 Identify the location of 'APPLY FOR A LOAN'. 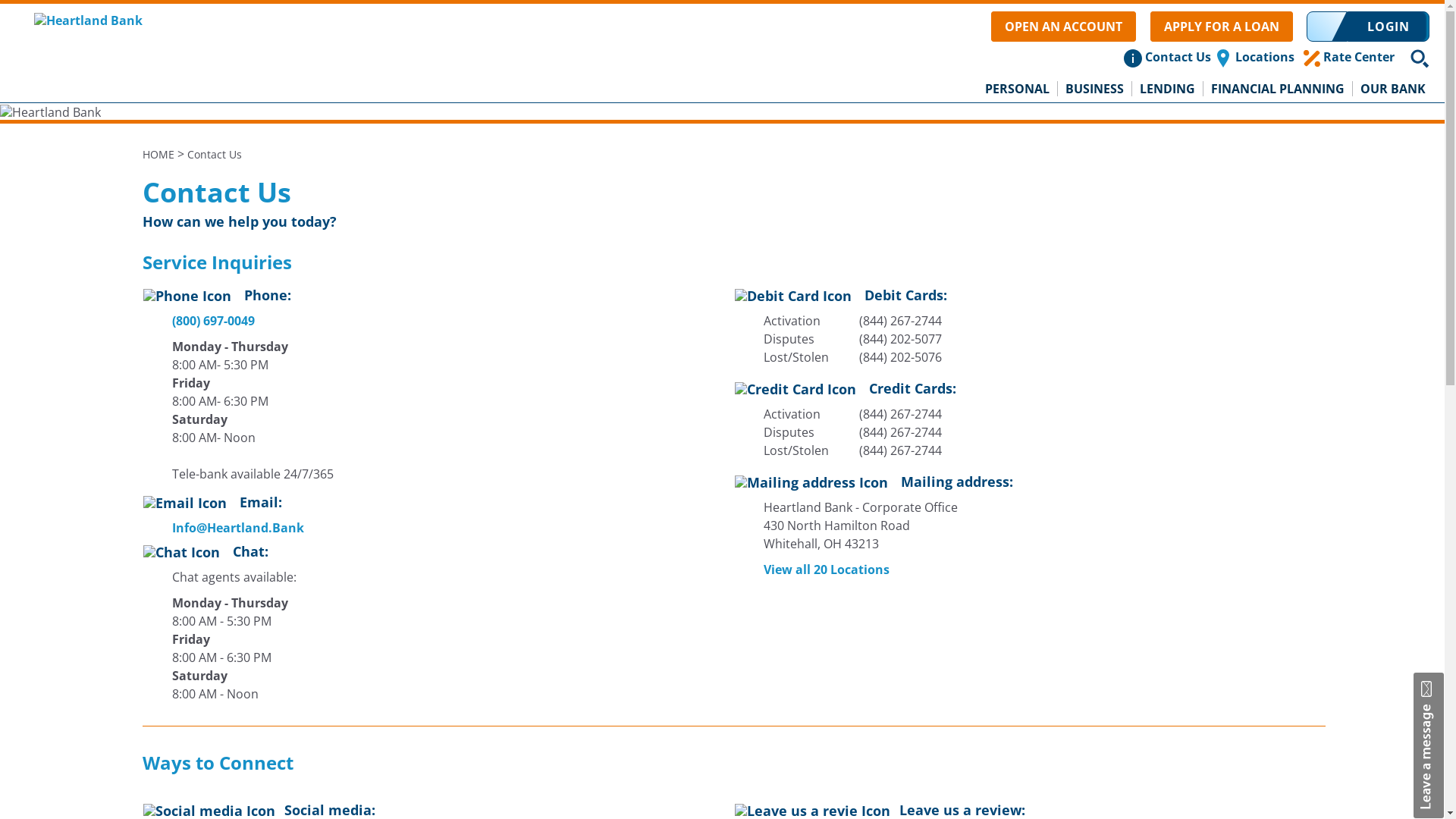
(1222, 26).